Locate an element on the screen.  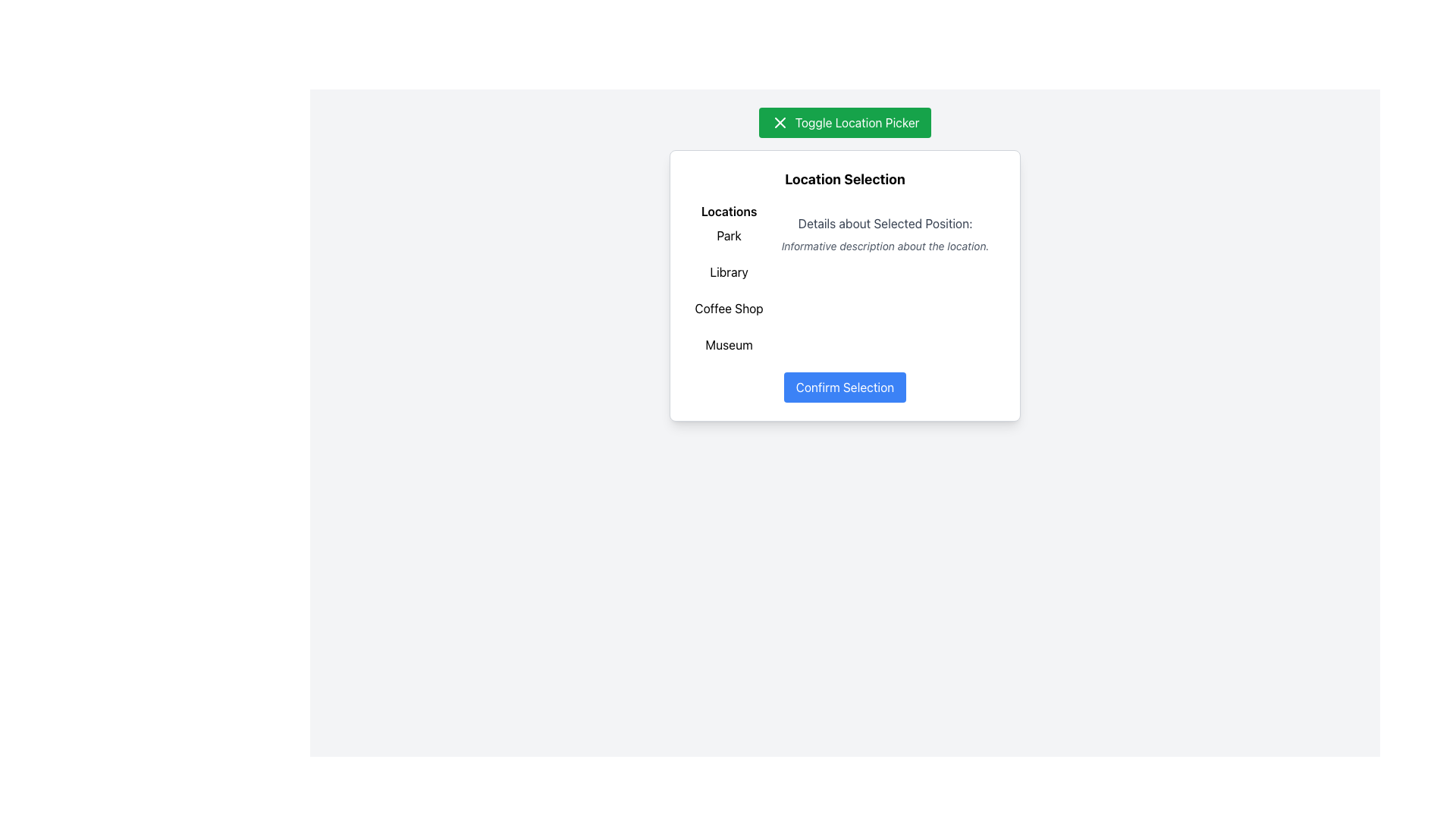
to select the 'Museum' text label, which is the fourth item in the vertical list of locations within the modal window is located at coordinates (729, 345).